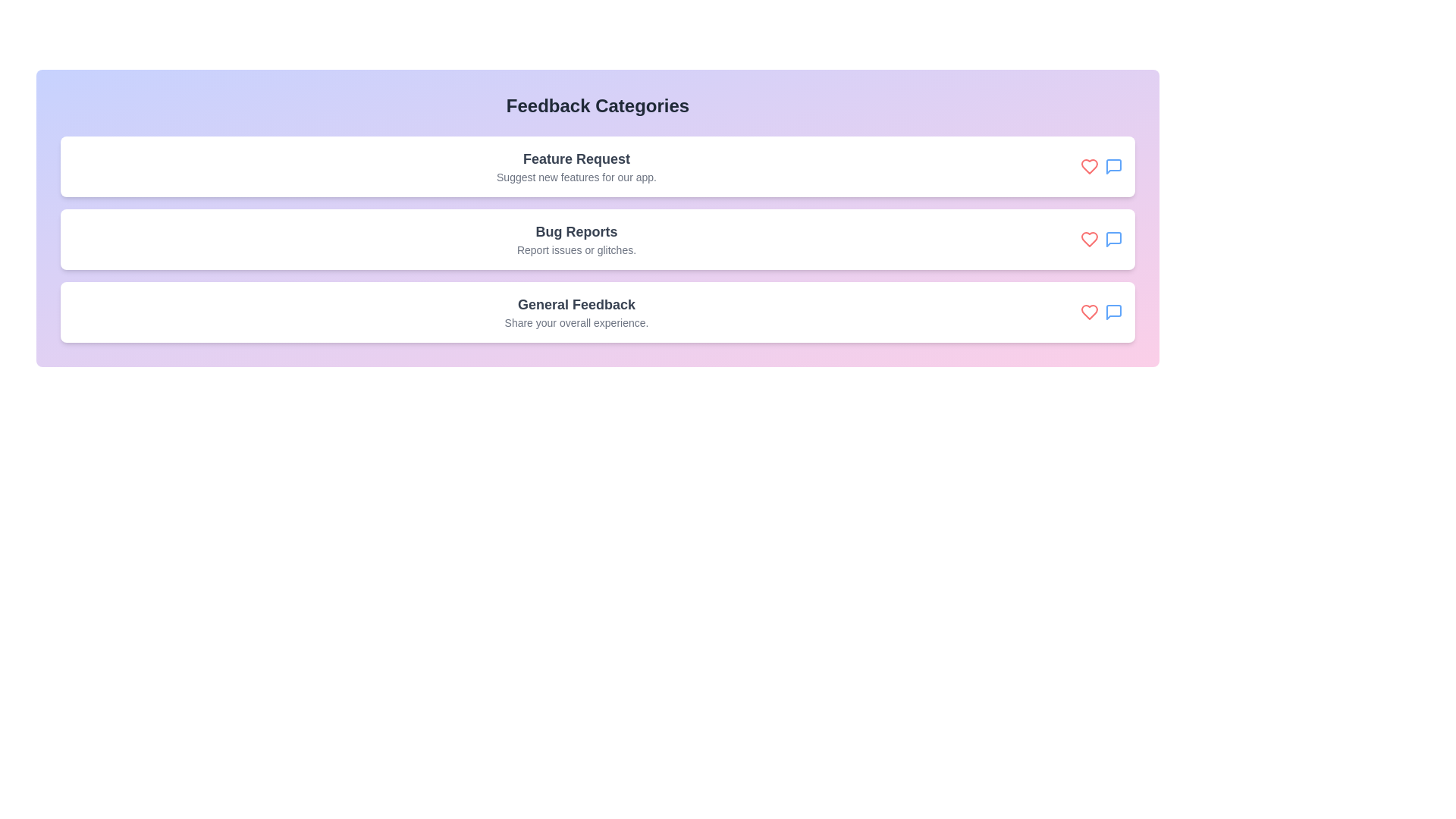 Image resolution: width=1456 pixels, height=819 pixels. Describe the element at coordinates (1088, 239) in the screenshot. I see `the like icon for the feedback category Bug Reports` at that location.